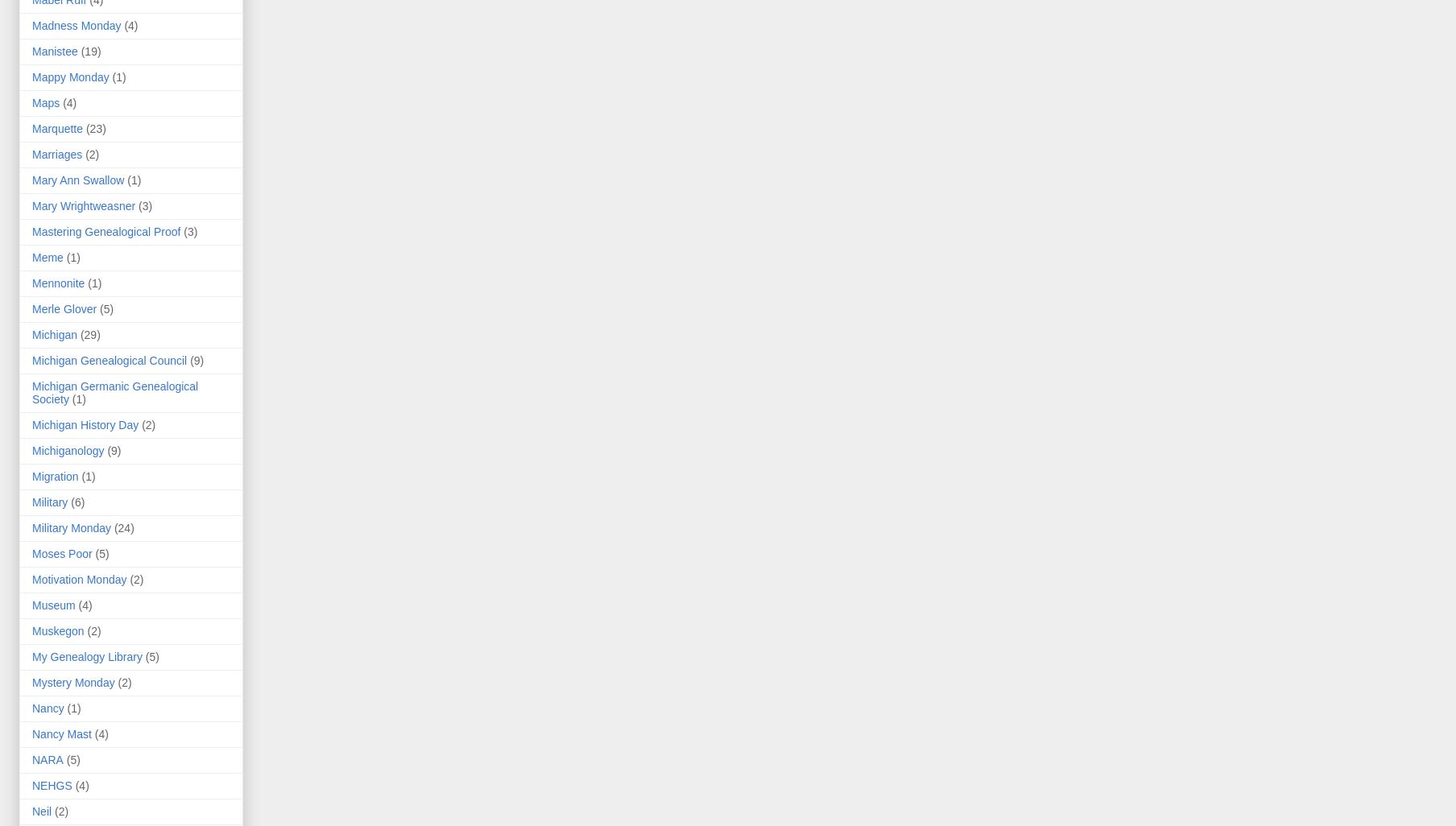  What do you see at coordinates (31, 655) in the screenshot?
I see `'My Genealogy Library'` at bounding box center [31, 655].